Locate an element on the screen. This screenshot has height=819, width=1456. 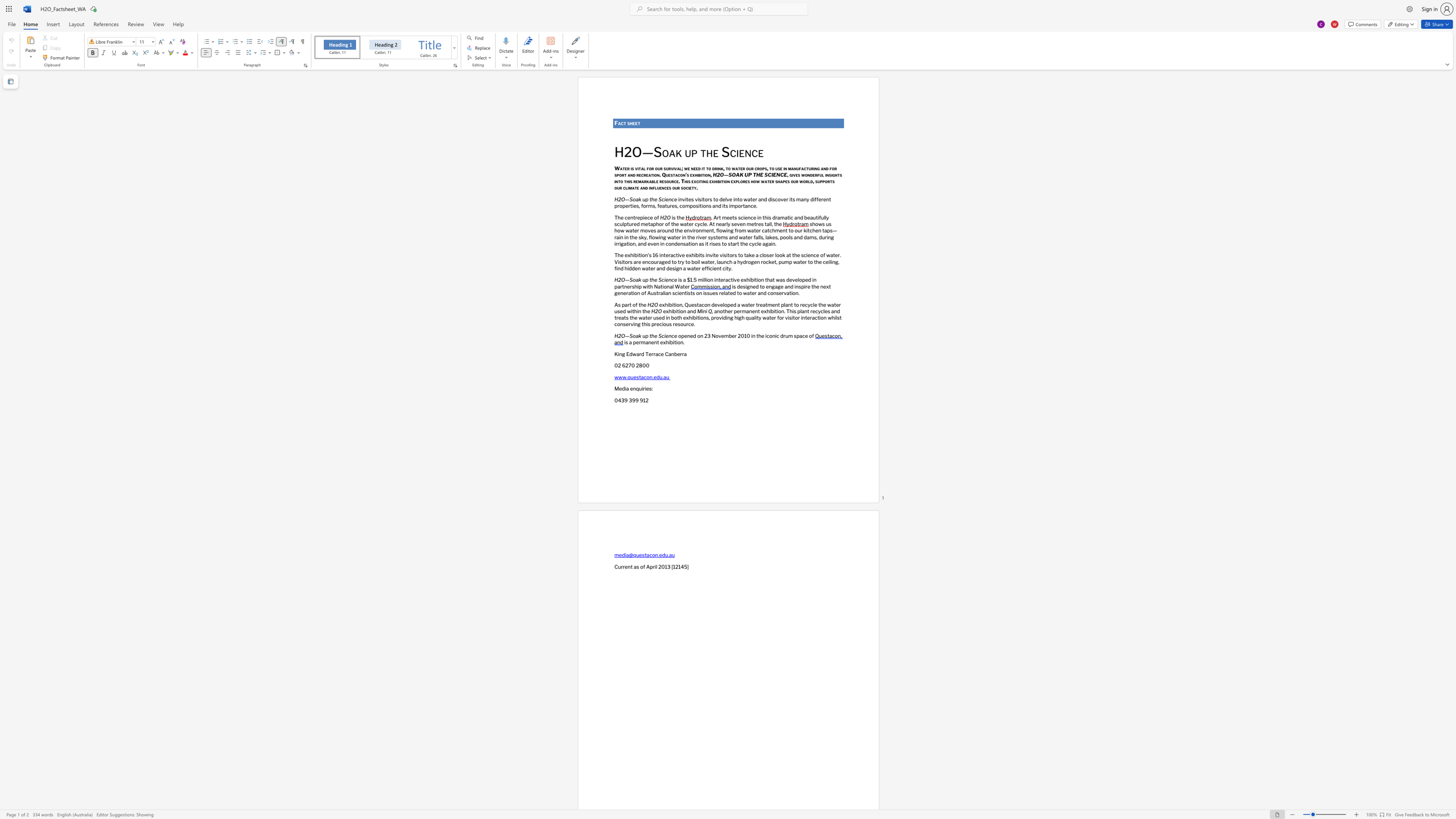
the subset text "ng, find hidden" within the text "The exhibition’s 16 interactive exhibits invite visitors to take a closer look at the science of water. Visitors are encouraged to try to boil water, launch a hydrogen rocket, pump water to the ceiling, find hidden water and design a water efficient city." is located at coordinates (831, 261).